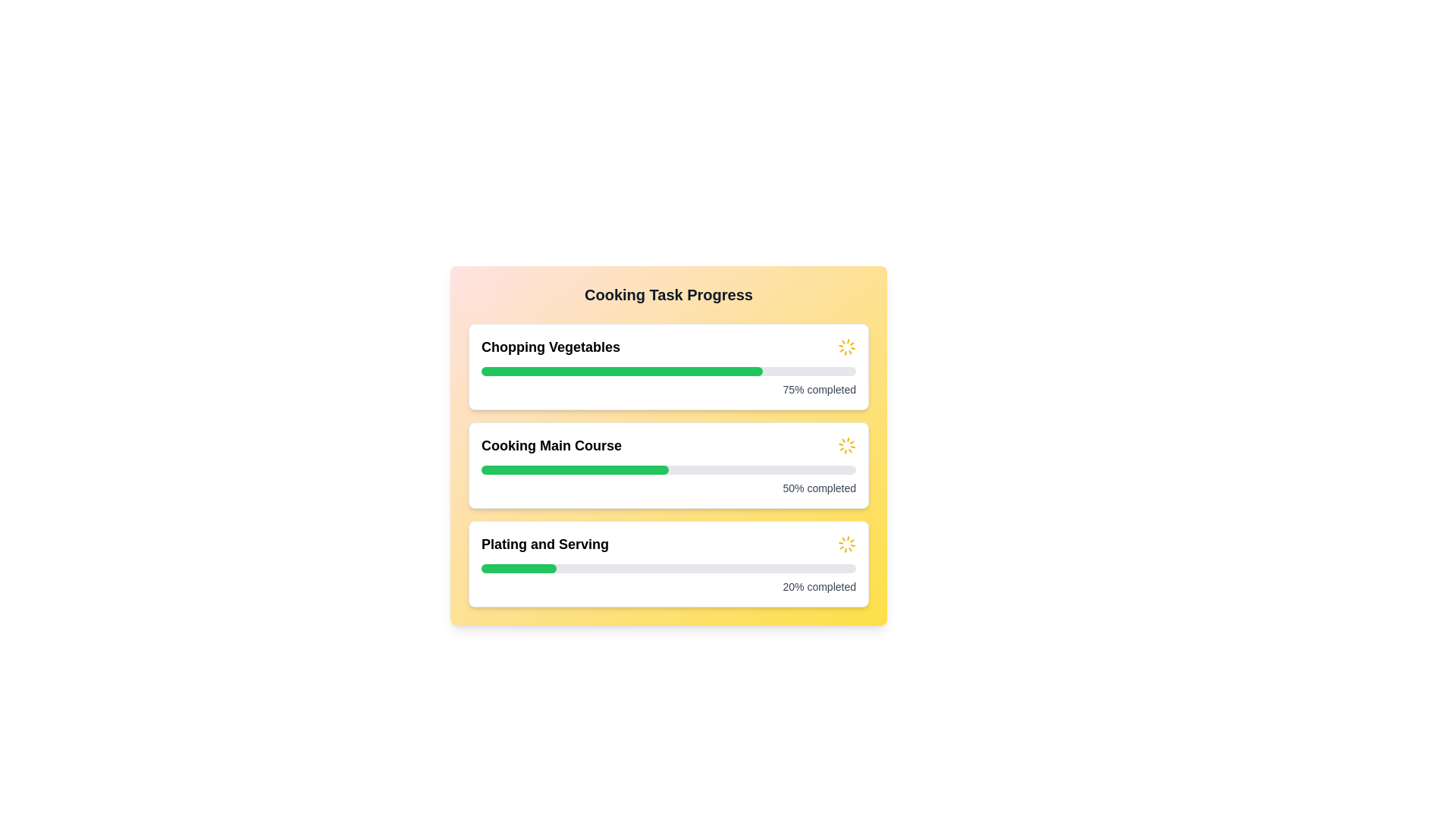 The width and height of the screenshot is (1456, 819). What do you see at coordinates (668, 568) in the screenshot?
I see `the horizontal progress bar located in the 'Plating and Serving' section, which is below the title 'Plating and Serving' and above the text '20% completed.'` at bounding box center [668, 568].